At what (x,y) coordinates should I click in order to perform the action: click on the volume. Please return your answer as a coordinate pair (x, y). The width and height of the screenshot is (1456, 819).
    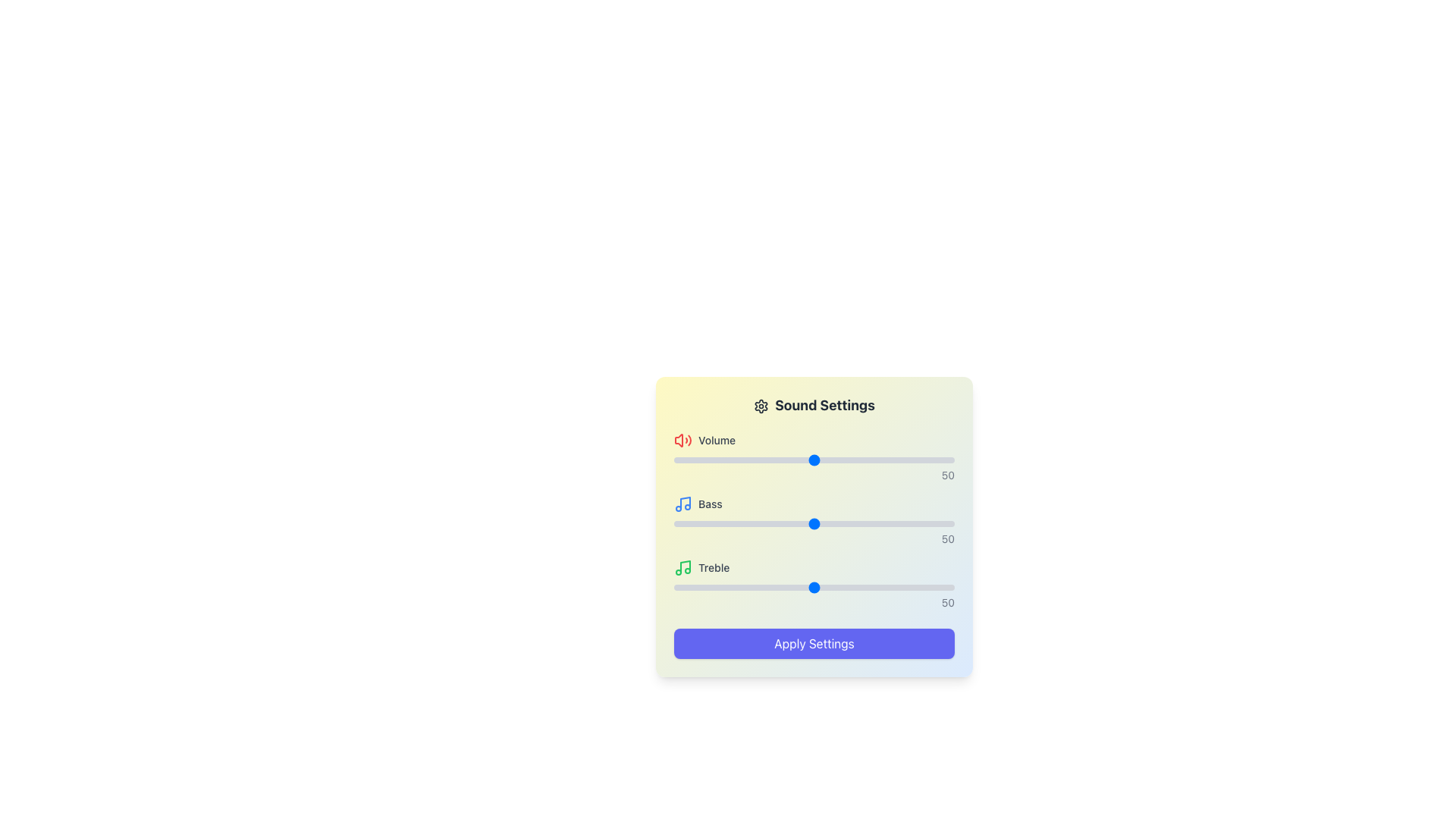
    Looking at the image, I should click on (777, 459).